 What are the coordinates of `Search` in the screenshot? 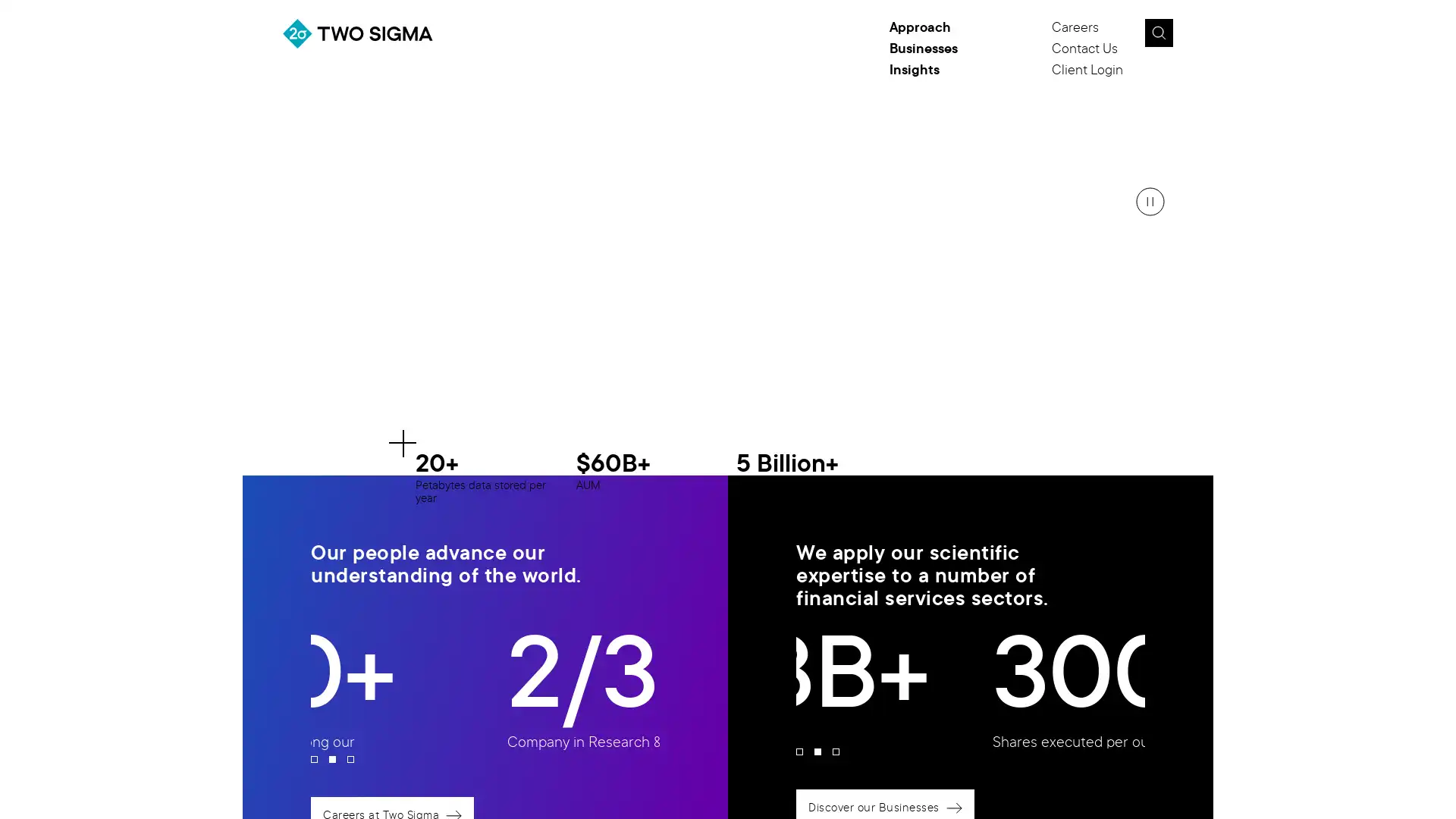 It's located at (1193, 37).